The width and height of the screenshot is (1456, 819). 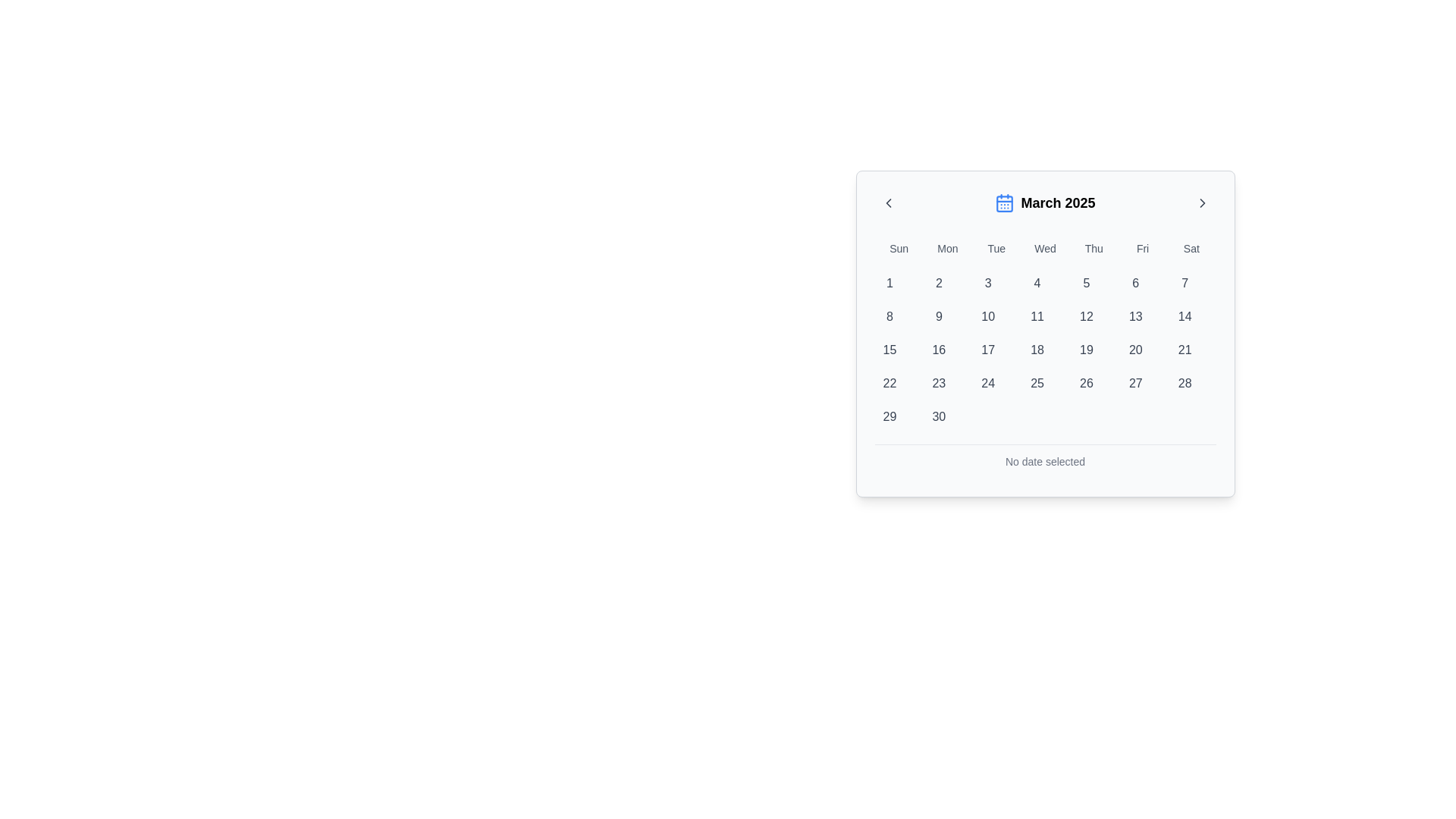 I want to click on the circular button labeled '8' in the second row under the Sunday column of the calendar grid, so click(x=890, y=315).